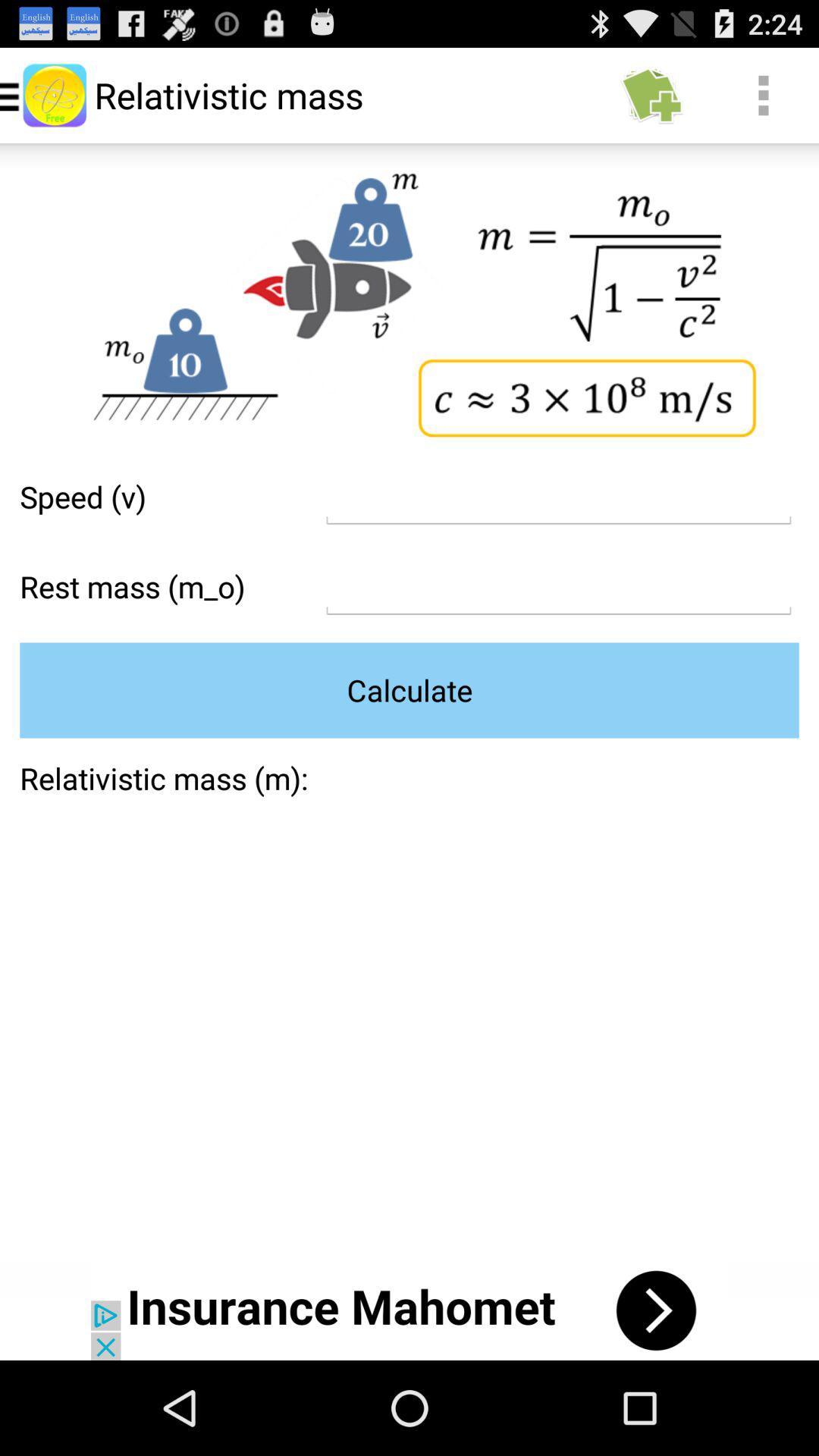 Image resolution: width=819 pixels, height=1456 pixels. Describe the element at coordinates (558, 586) in the screenshot. I see `text in the word` at that location.